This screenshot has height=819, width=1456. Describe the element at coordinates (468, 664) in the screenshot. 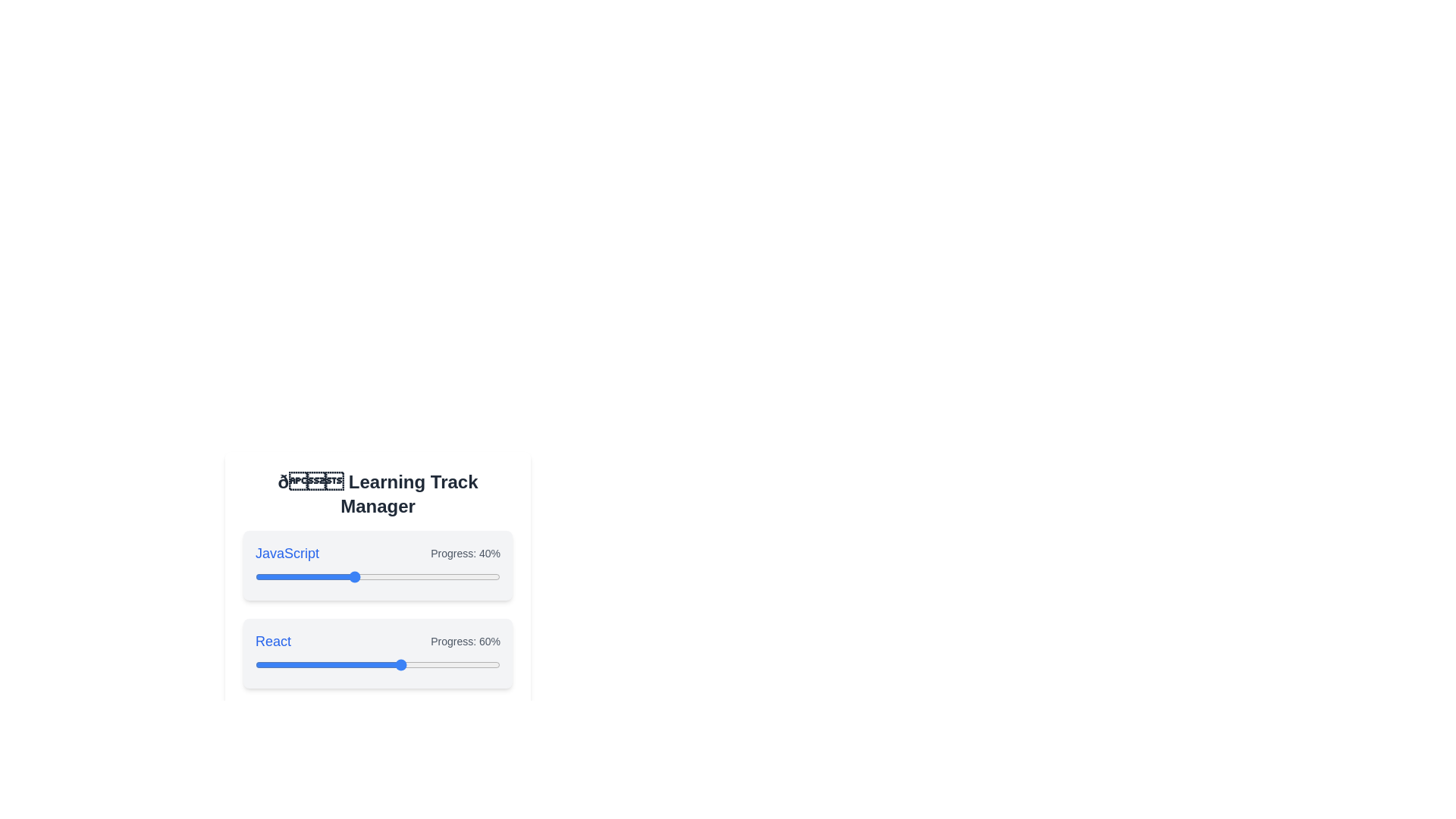

I see `the progress value` at that location.